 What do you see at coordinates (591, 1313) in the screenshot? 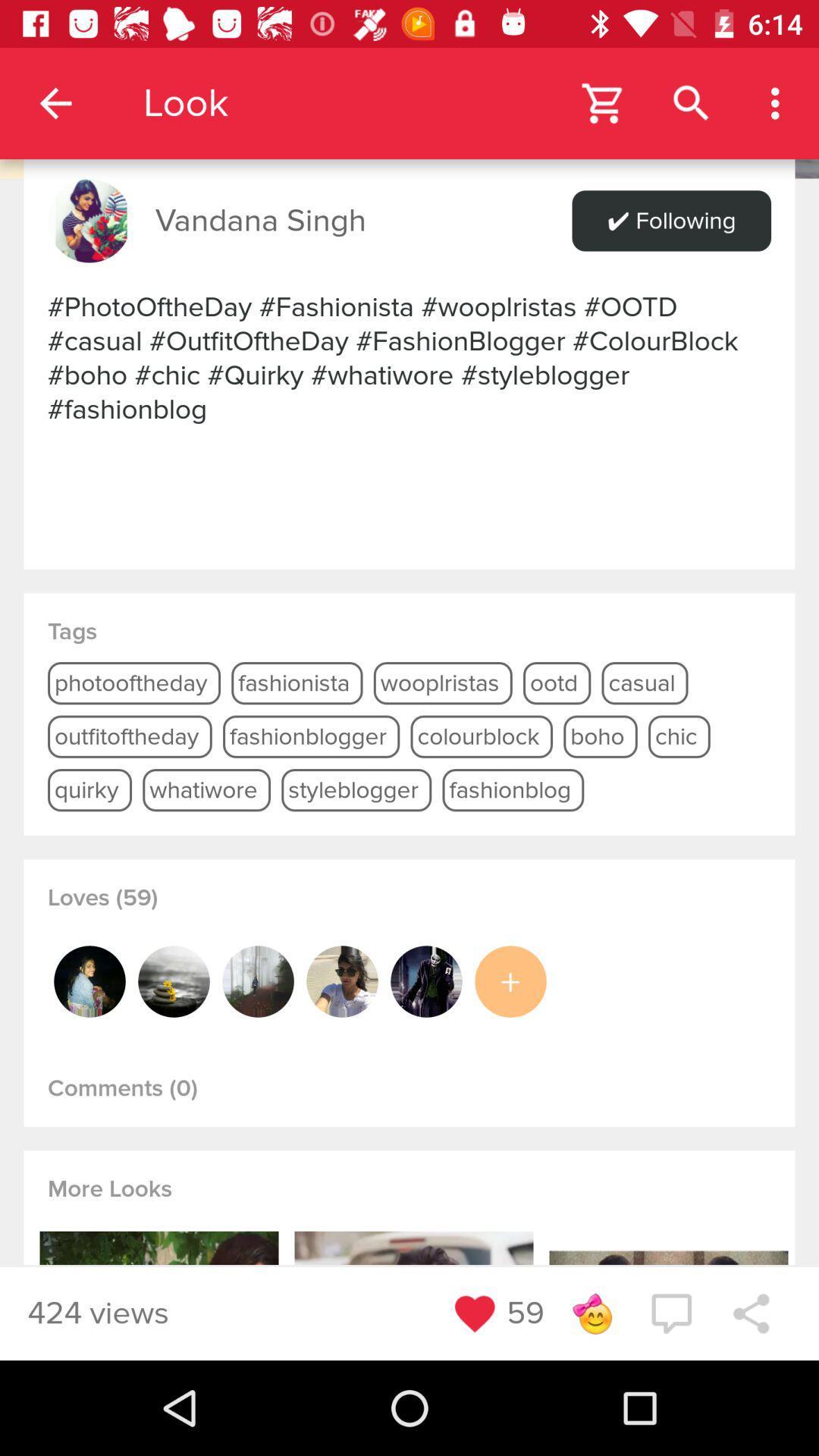
I see `the item next to the 59 icon` at bounding box center [591, 1313].